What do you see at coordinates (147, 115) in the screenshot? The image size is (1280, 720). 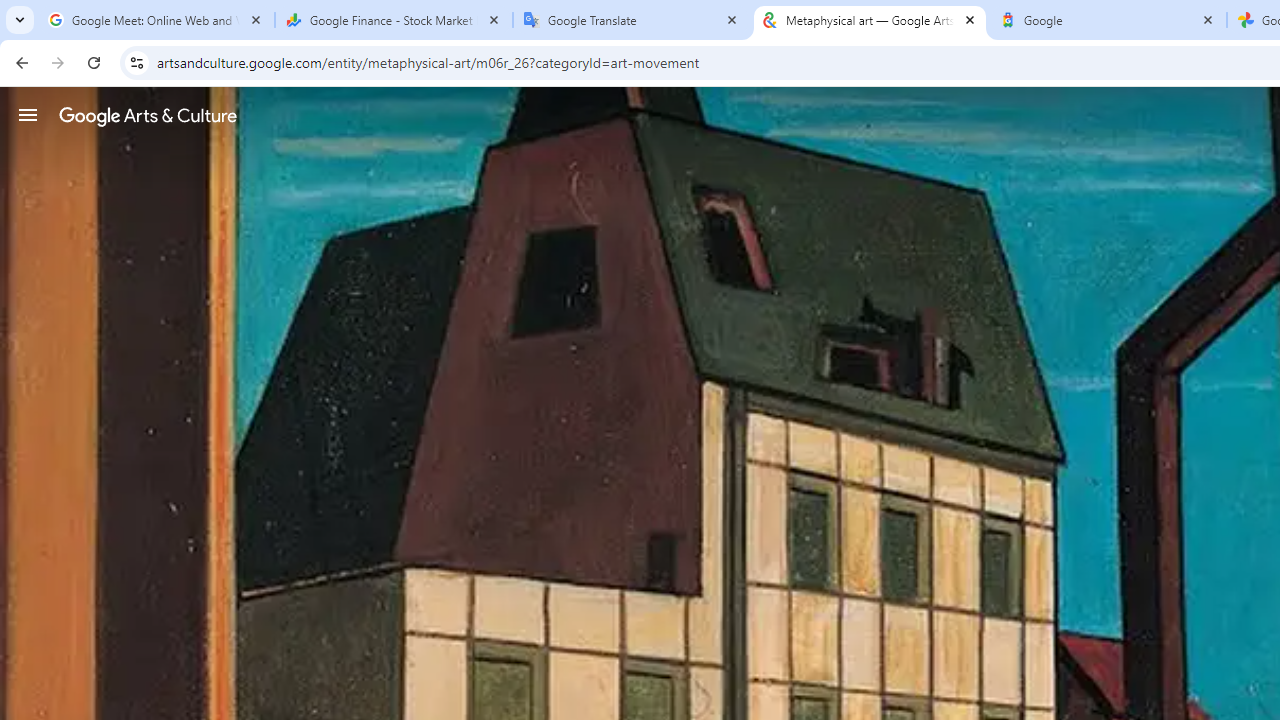 I see `'Google Arts & Culture'` at bounding box center [147, 115].